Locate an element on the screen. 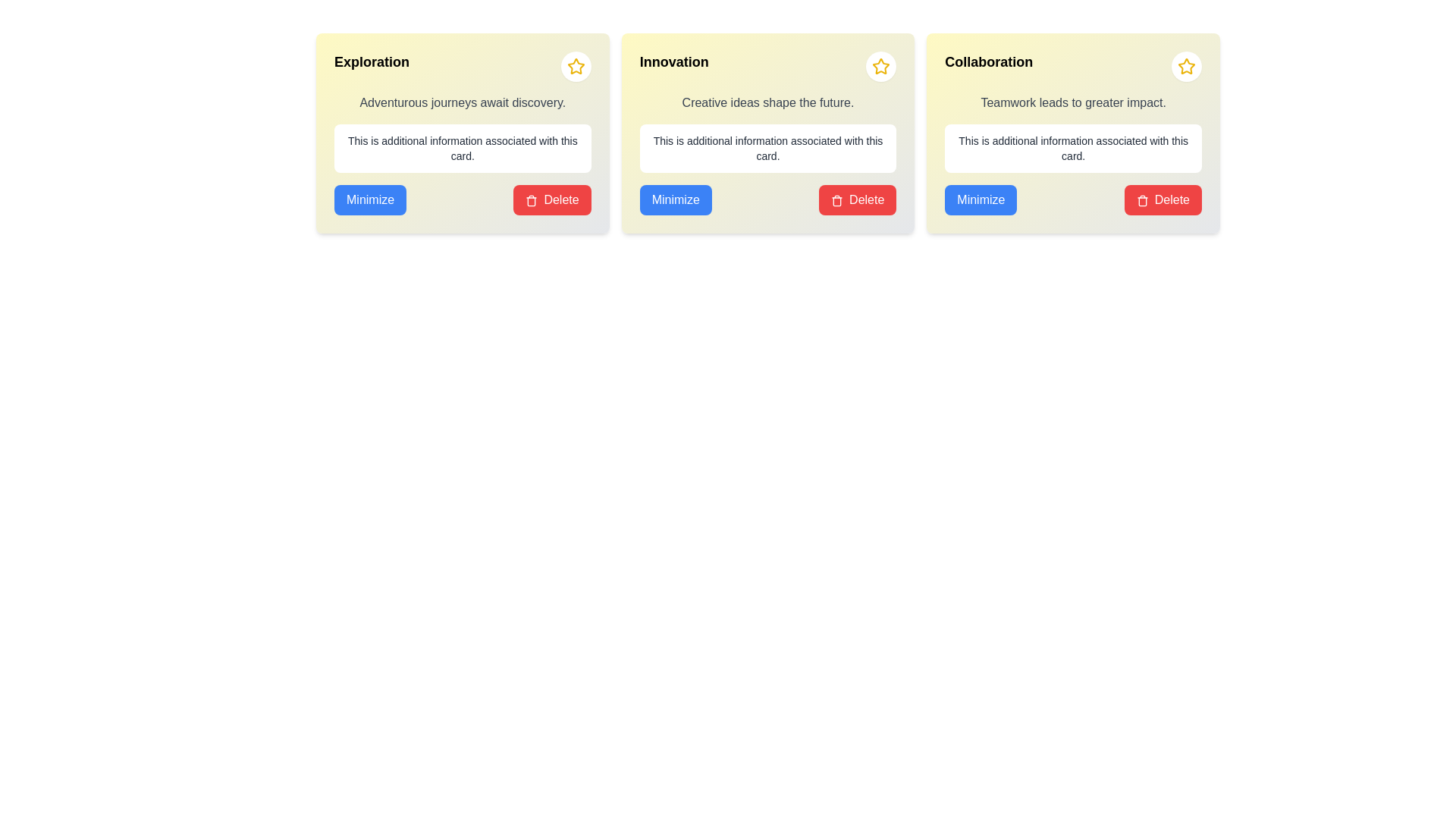  the favorite button located in the top-right corner of the 'Exploration' card is located at coordinates (575, 66).